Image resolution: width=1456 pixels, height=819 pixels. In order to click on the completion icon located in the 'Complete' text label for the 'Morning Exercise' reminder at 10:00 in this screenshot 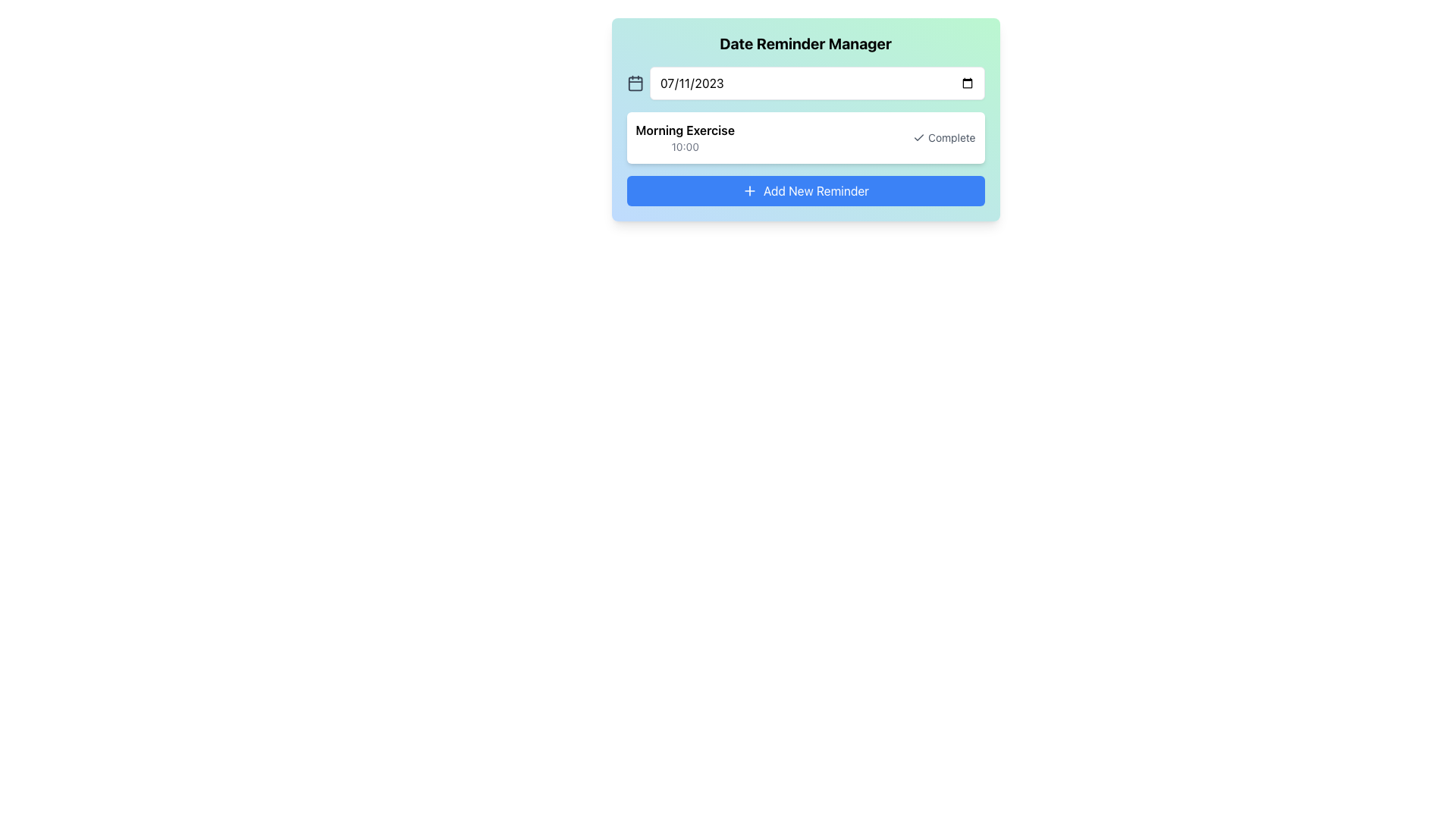, I will do `click(918, 137)`.